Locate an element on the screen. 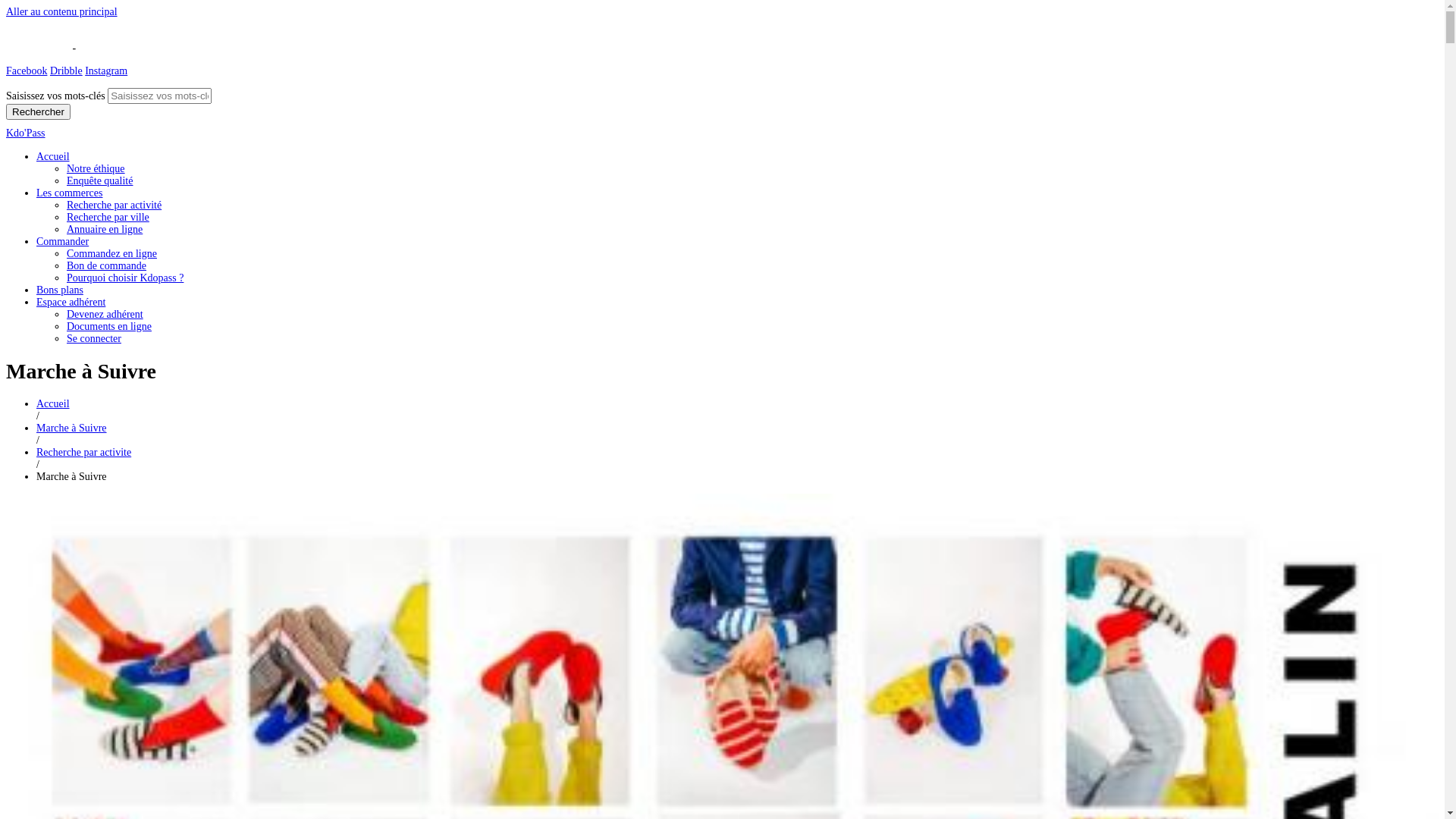 The height and width of the screenshot is (819, 1456). 'Facebook' is located at coordinates (26, 71).